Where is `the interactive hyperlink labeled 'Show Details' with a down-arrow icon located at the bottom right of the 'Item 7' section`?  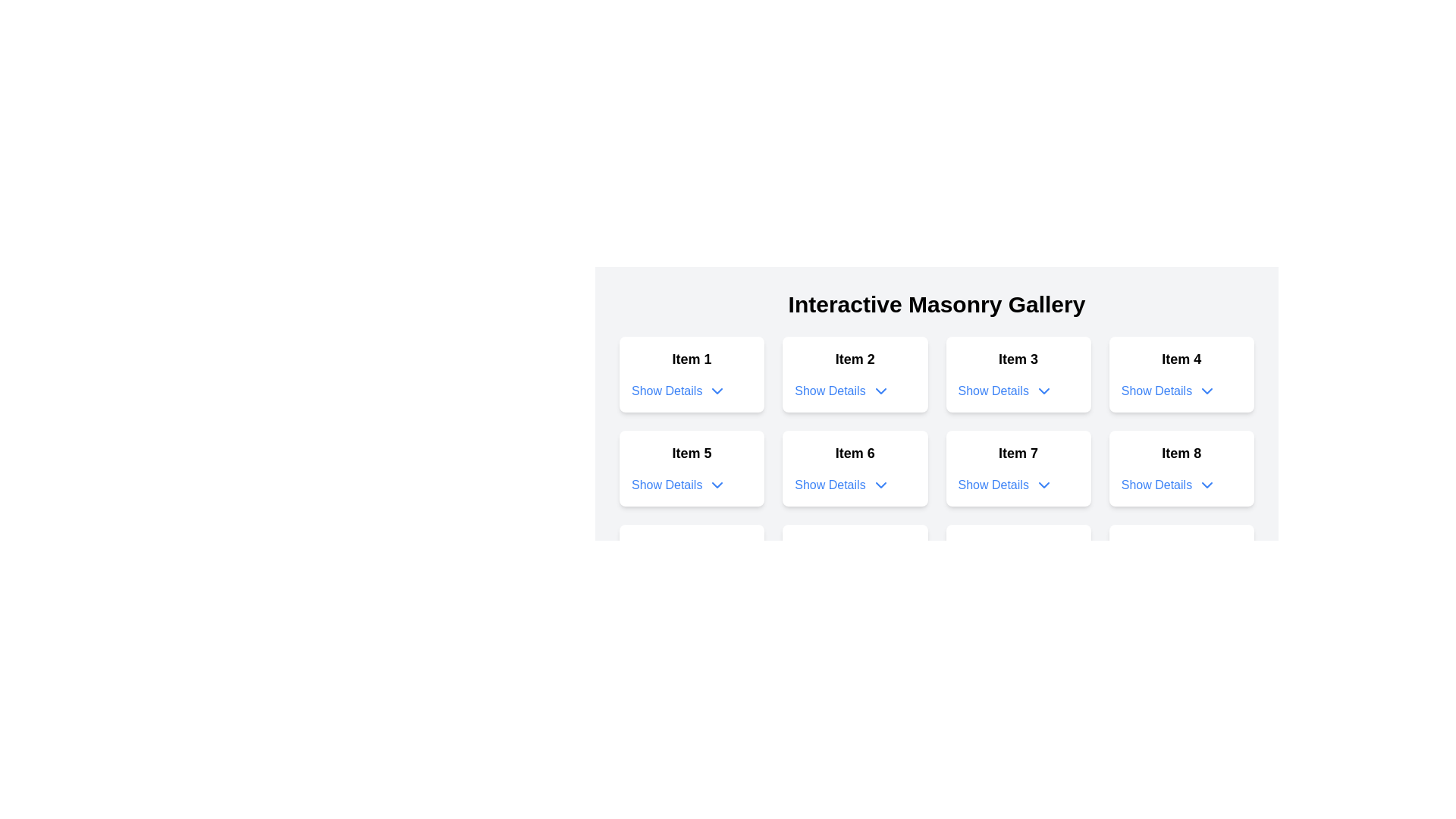 the interactive hyperlink labeled 'Show Details' with a down-arrow icon located at the bottom right of the 'Item 7' section is located at coordinates (1005, 485).